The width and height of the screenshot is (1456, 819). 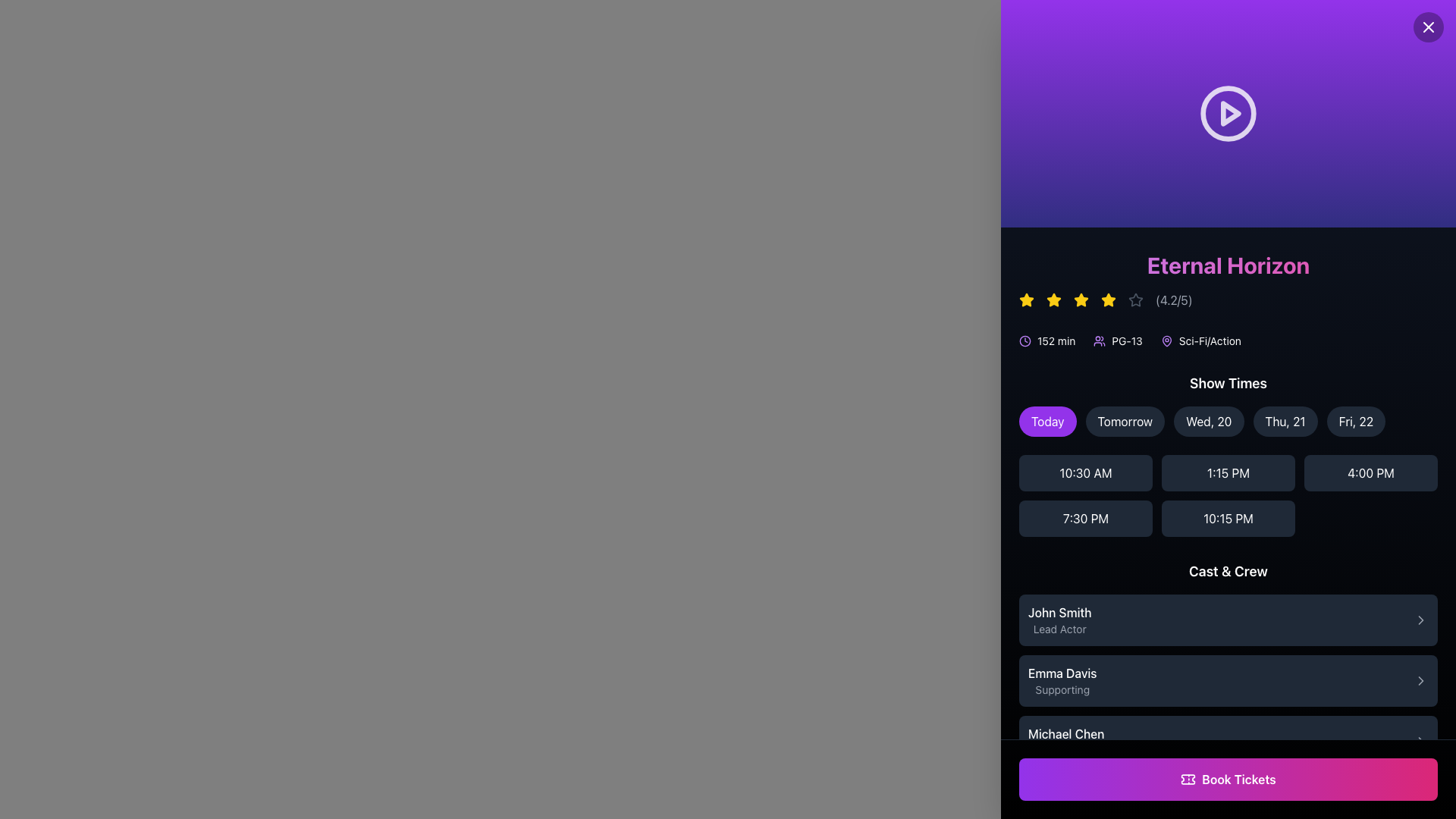 What do you see at coordinates (1209, 341) in the screenshot?
I see `the 'Sci-Fi/Action' label, which is a text label styled in a sans-serif font with white color on a dark background, located in the top-right quadrant of the interface` at bounding box center [1209, 341].